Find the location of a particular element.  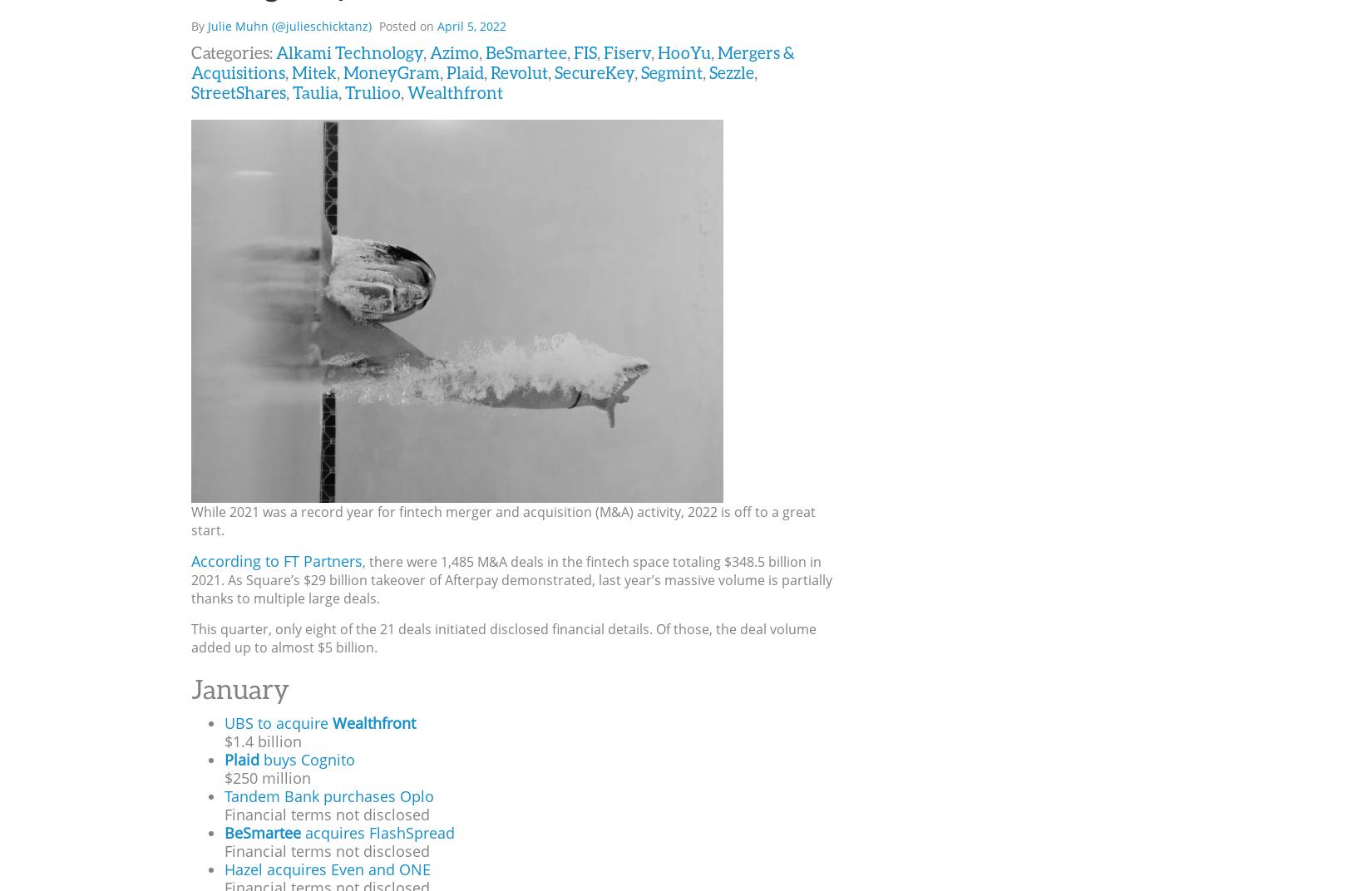

'UBS to acquire' is located at coordinates (278, 721).